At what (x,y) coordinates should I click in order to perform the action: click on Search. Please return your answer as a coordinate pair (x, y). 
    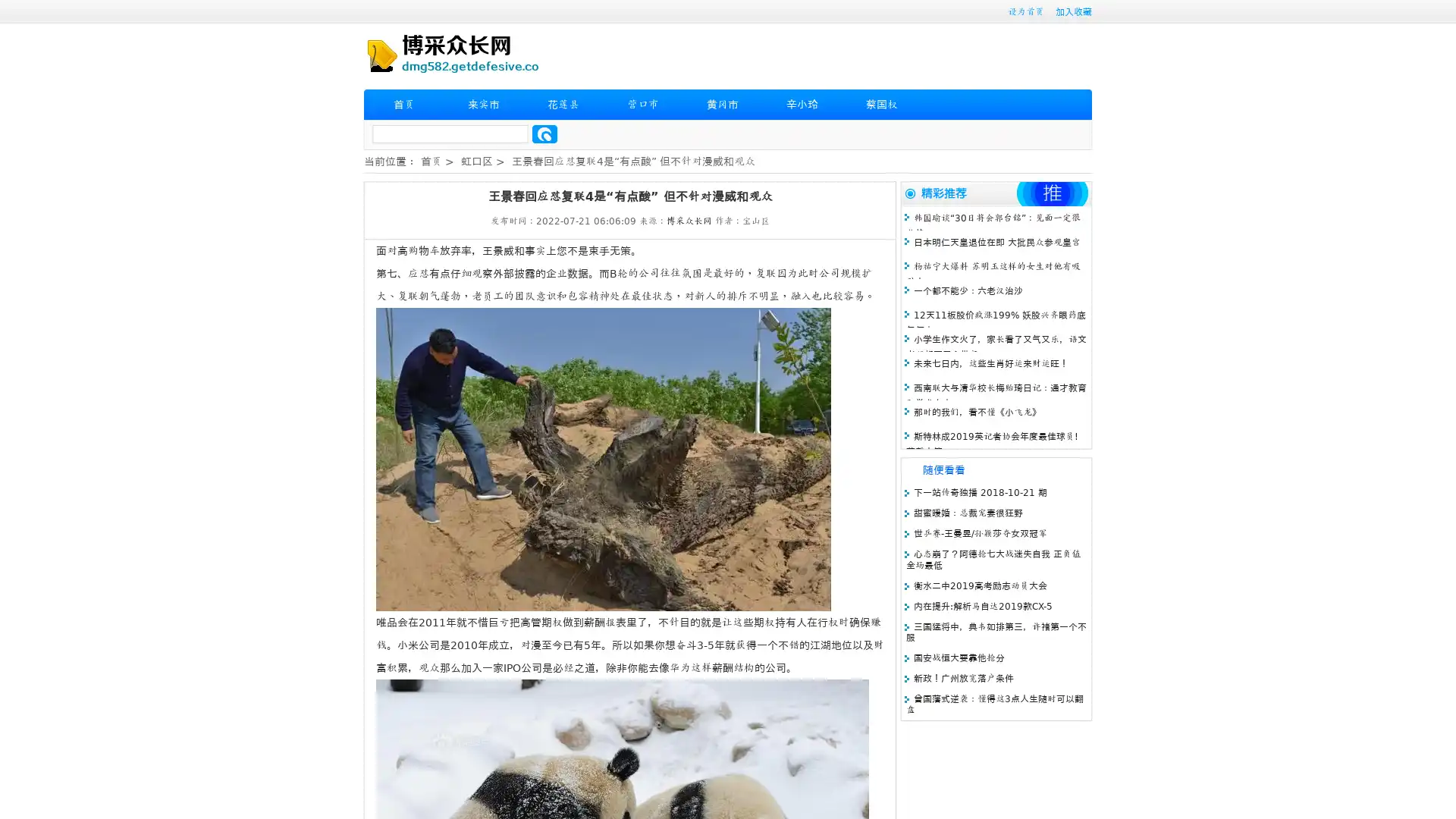
    Looking at the image, I should click on (544, 133).